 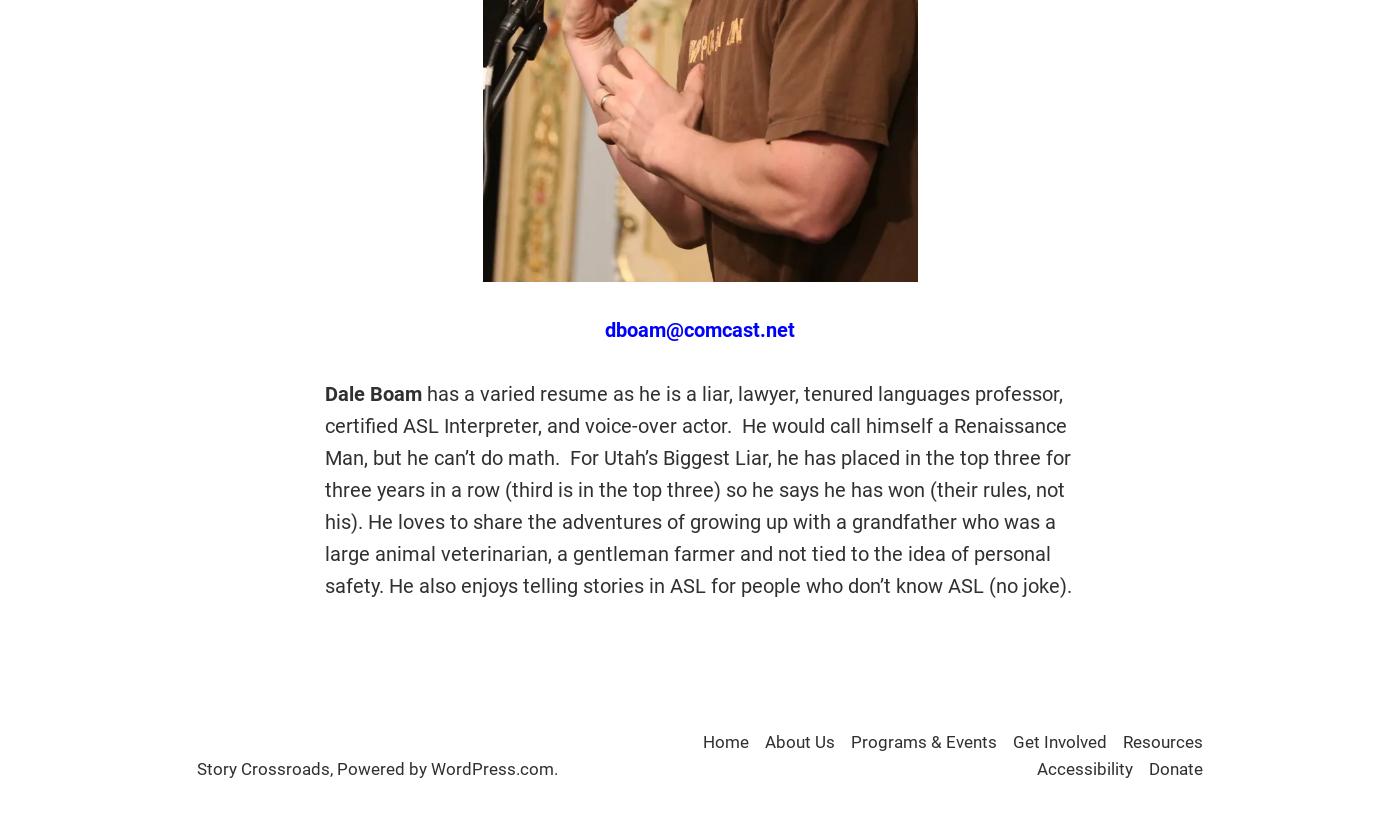 What do you see at coordinates (924, 741) in the screenshot?
I see `'Programs & Events'` at bounding box center [924, 741].